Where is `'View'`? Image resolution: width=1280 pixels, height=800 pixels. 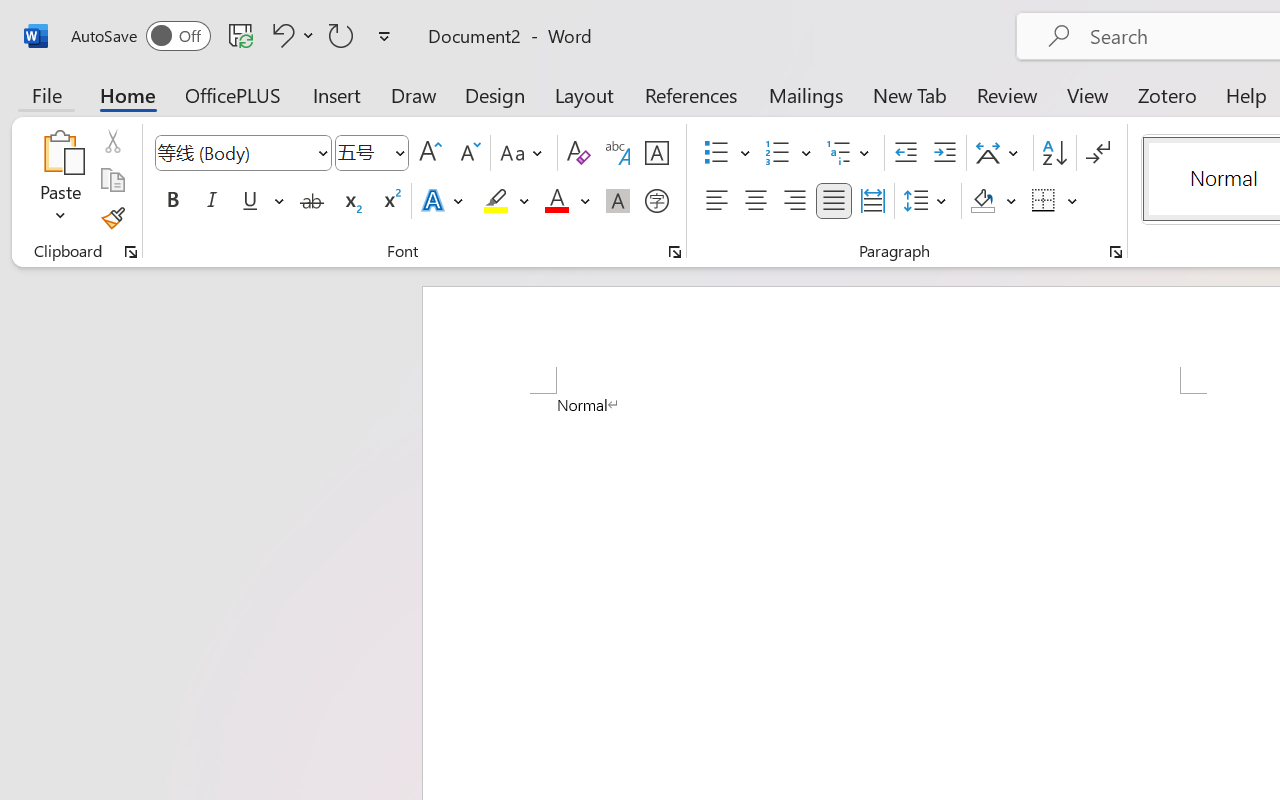
'View' is located at coordinates (1087, 94).